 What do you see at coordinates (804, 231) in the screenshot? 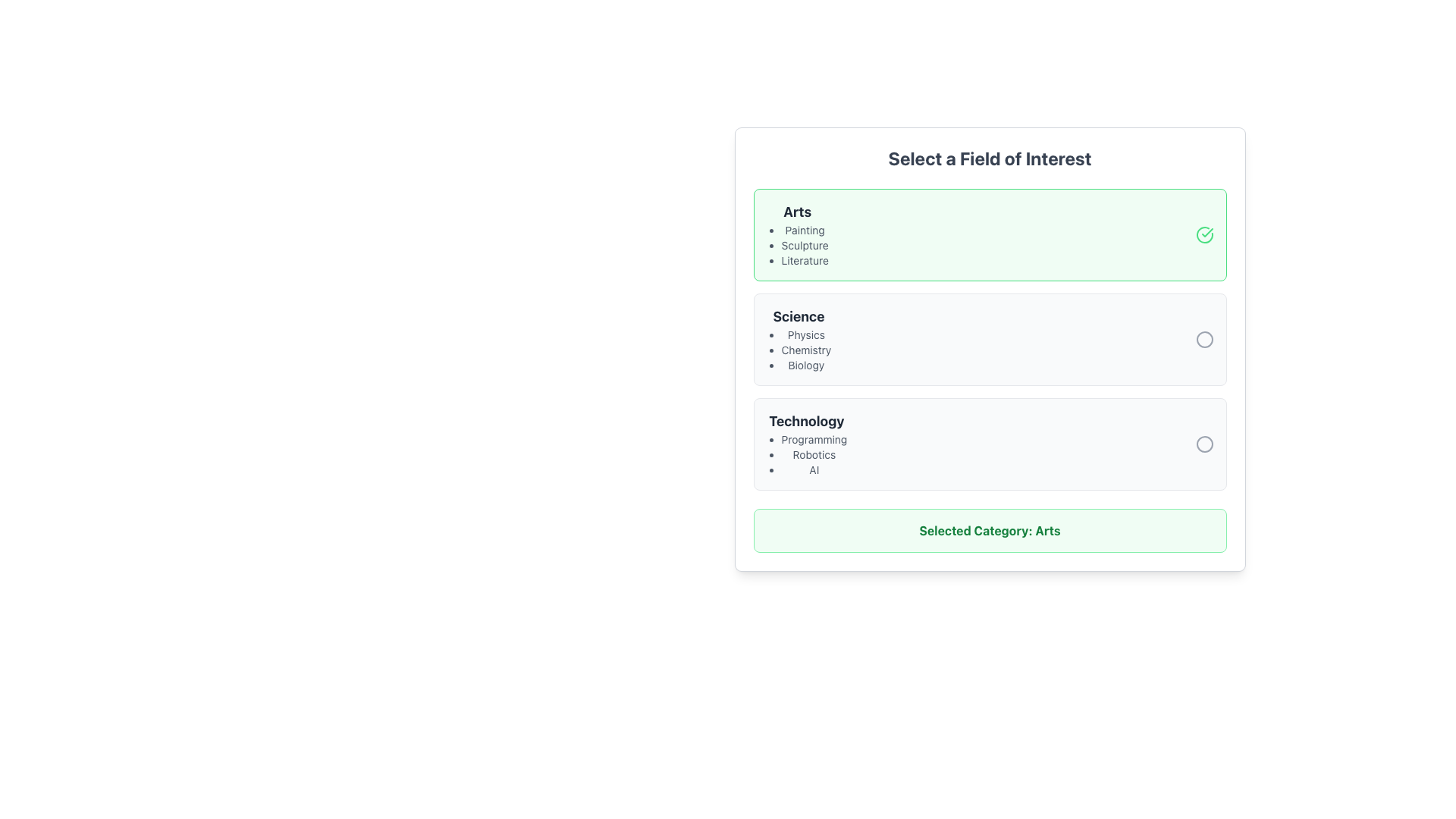
I see `the 'Painting' text label in the 'Arts' field of interest, which is the first item in the list above 'Sculpture' and 'Literature'` at bounding box center [804, 231].